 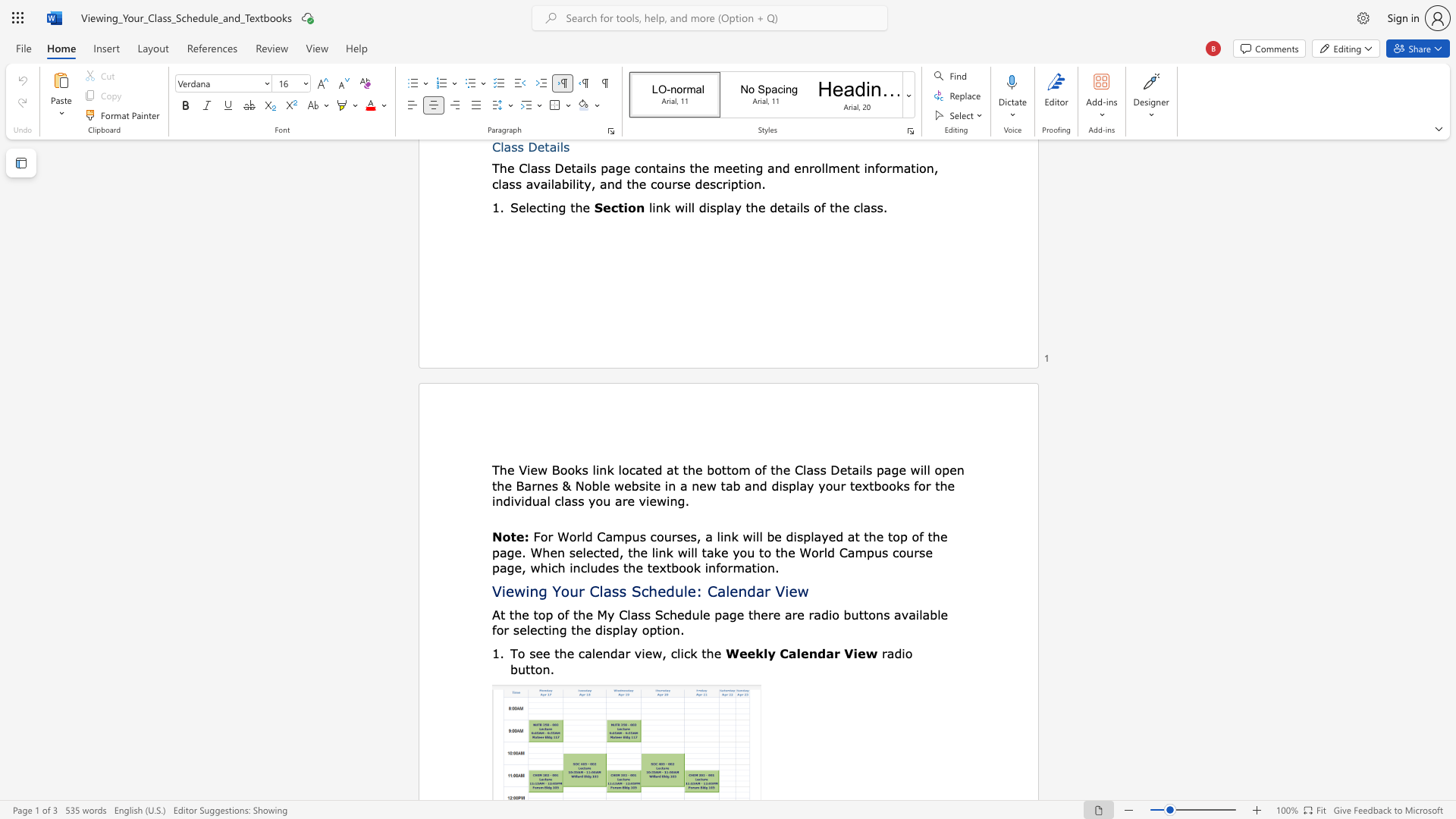 I want to click on the subset text "to the World Campus course p" within the text "For World Campus courses, a link will be displayed at the top of the page. When selected, the link will take you to the World Campus course page, which includes the textbook information.", so click(x=759, y=552).